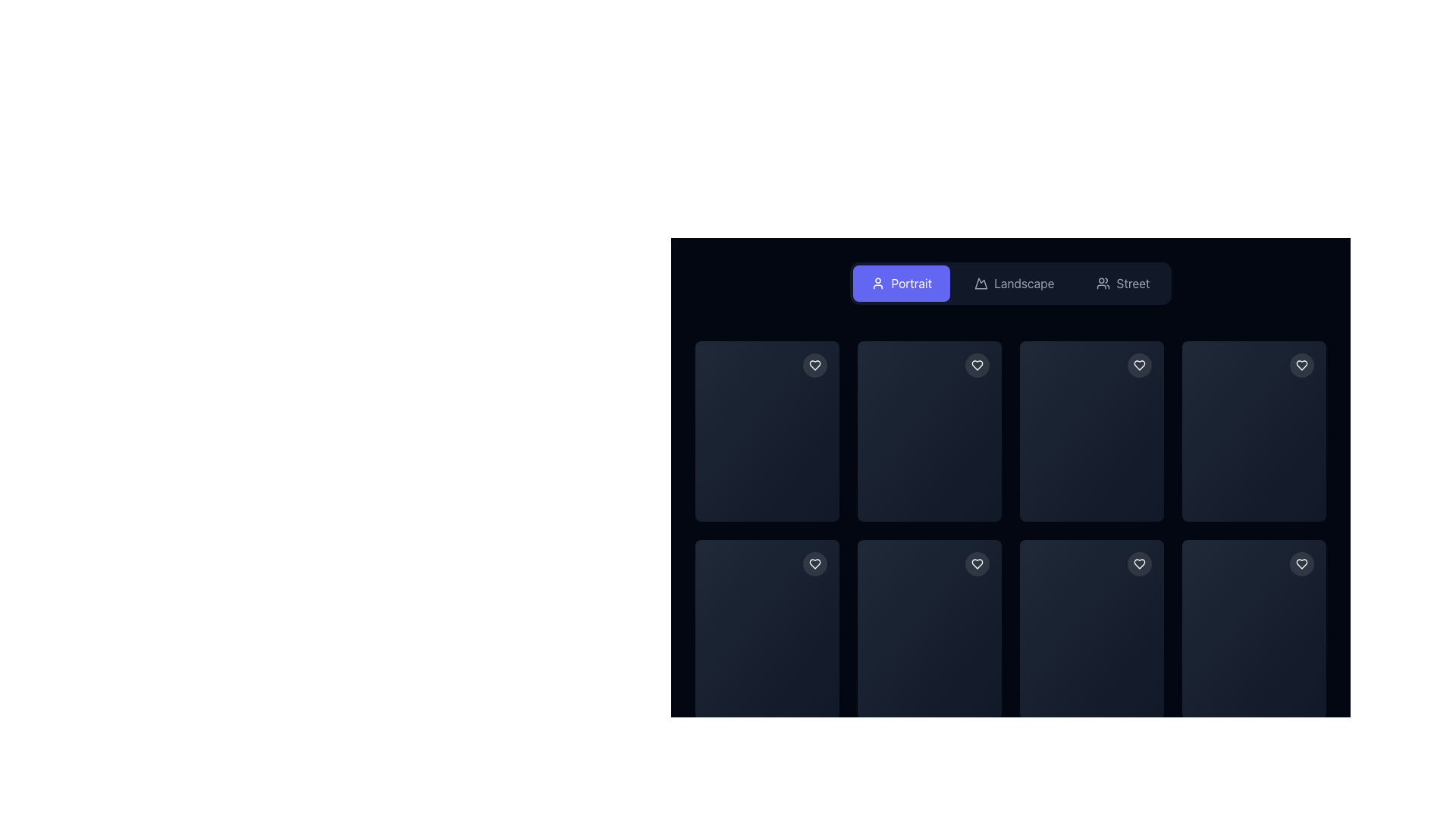  What do you see at coordinates (981, 284) in the screenshot?
I see `the visual representation of the mountain peak icon located in the 'Landscape' button section, adjacent to the 'Landscape' text label in the navigation bar` at bounding box center [981, 284].